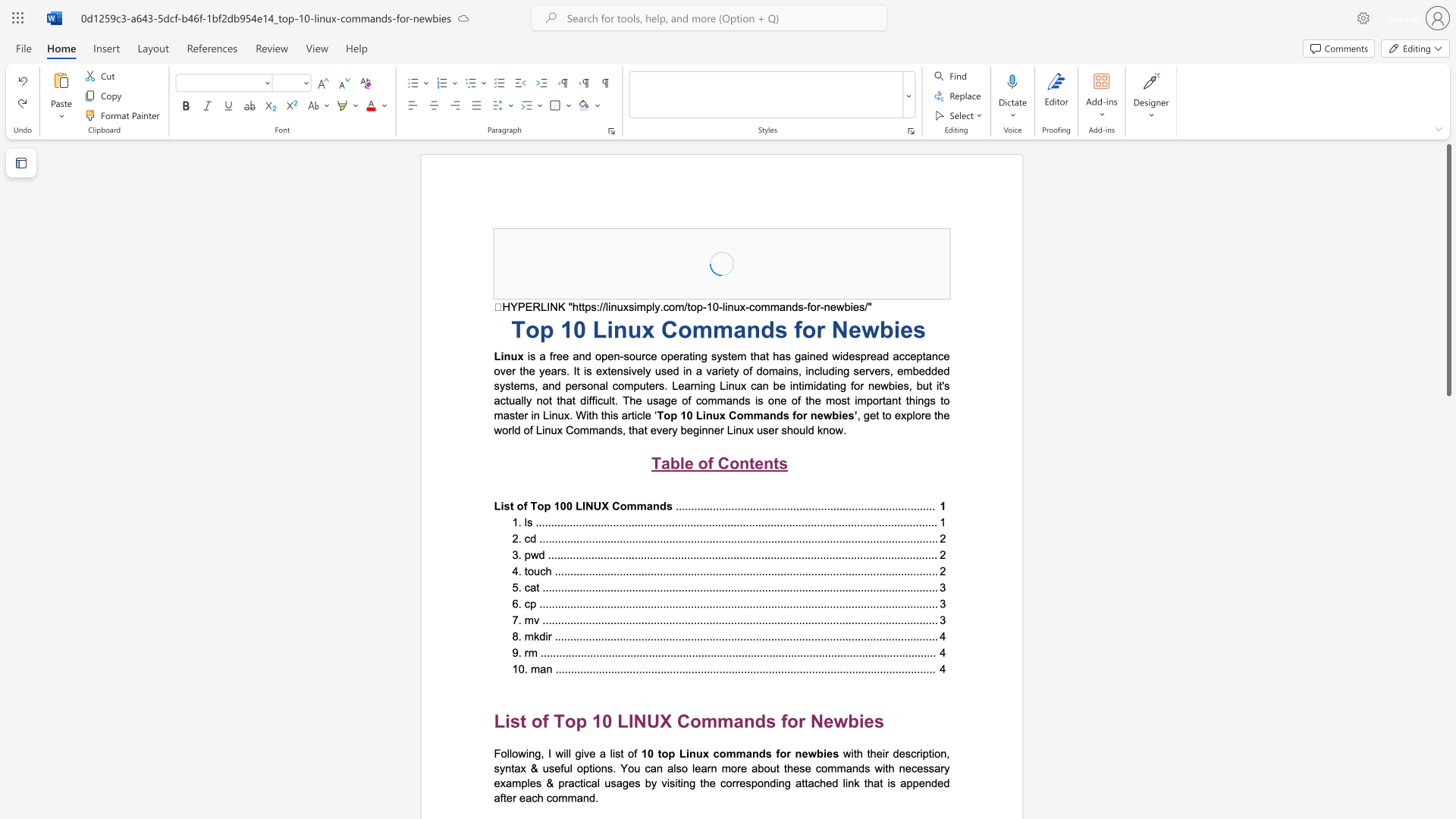 Image resolution: width=1456 pixels, height=819 pixels. I want to click on the scrollbar to move the view down, so click(1448, 674).